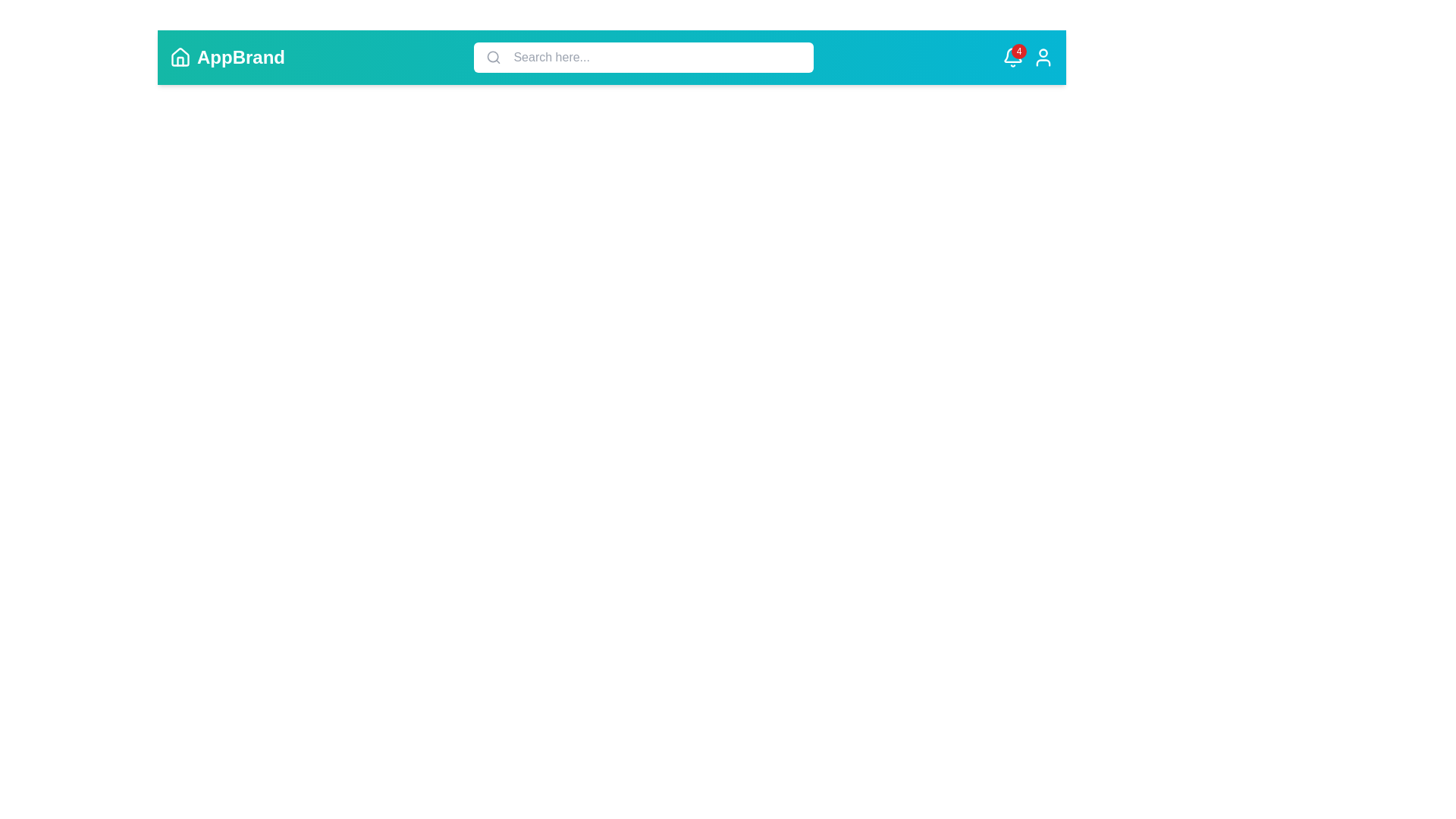  I want to click on the search bar and input a search query, so click(654, 57).